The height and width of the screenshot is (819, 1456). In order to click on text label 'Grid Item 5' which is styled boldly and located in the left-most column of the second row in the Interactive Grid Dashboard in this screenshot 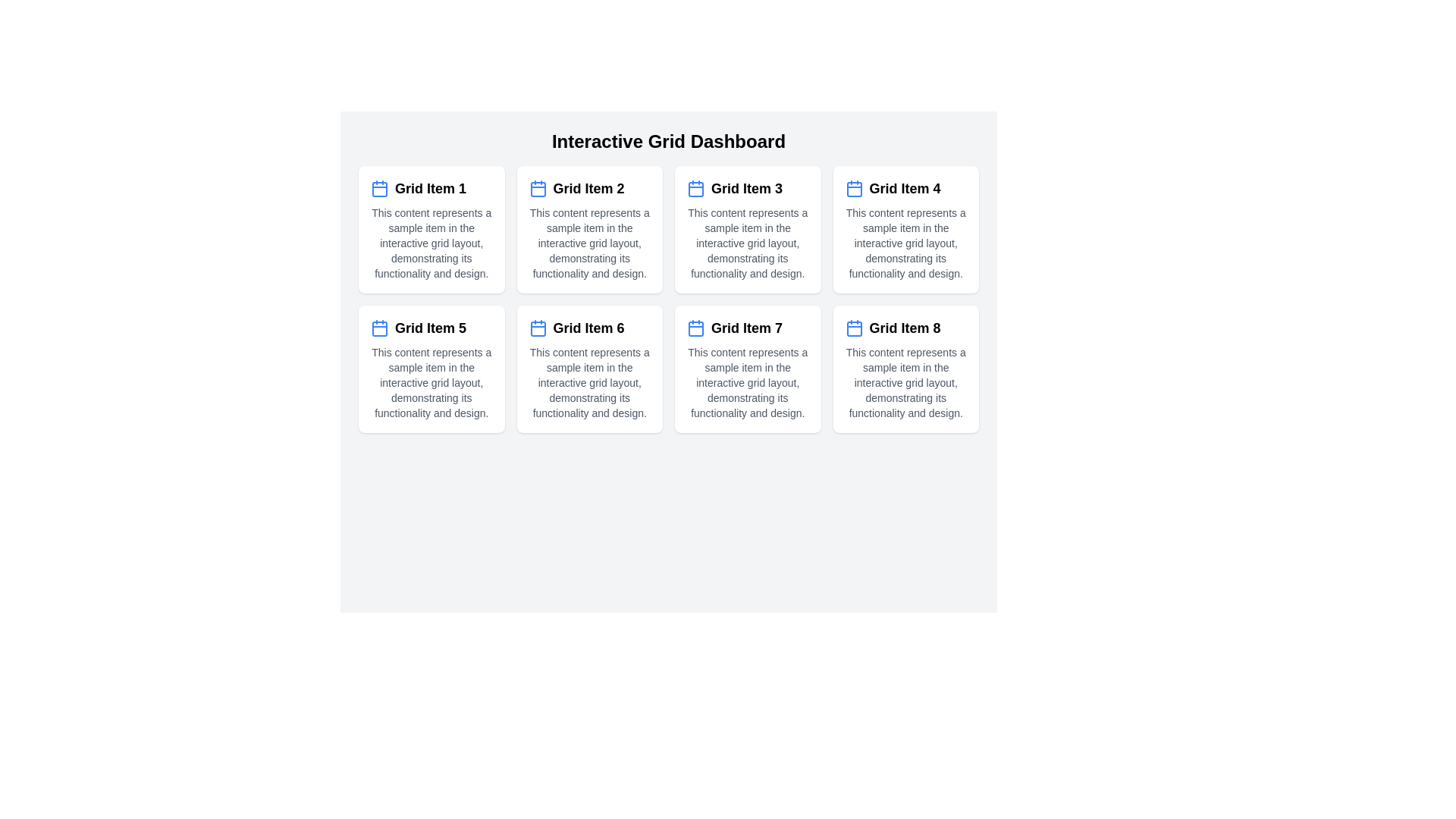, I will do `click(431, 327)`.